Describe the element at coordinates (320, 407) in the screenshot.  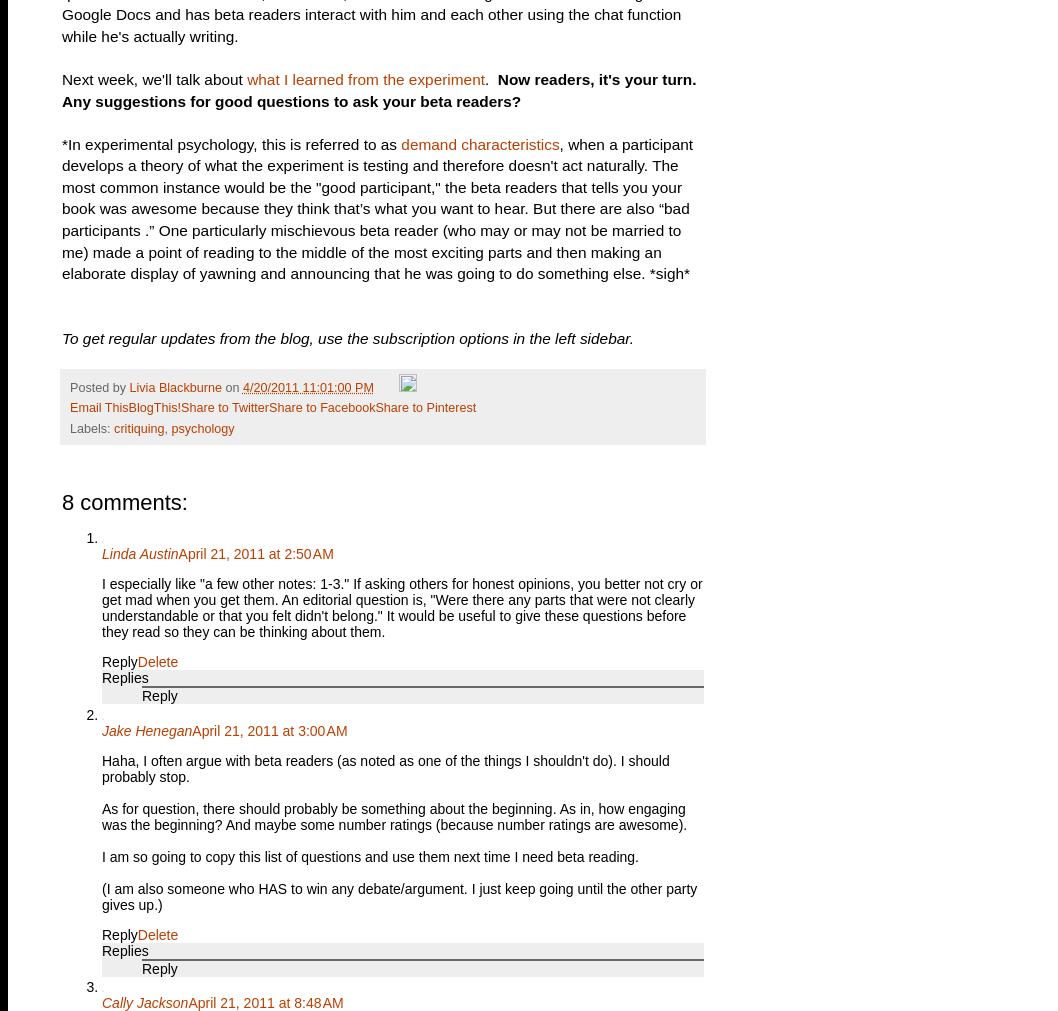
I see `'Share to Facebook'` at that location.